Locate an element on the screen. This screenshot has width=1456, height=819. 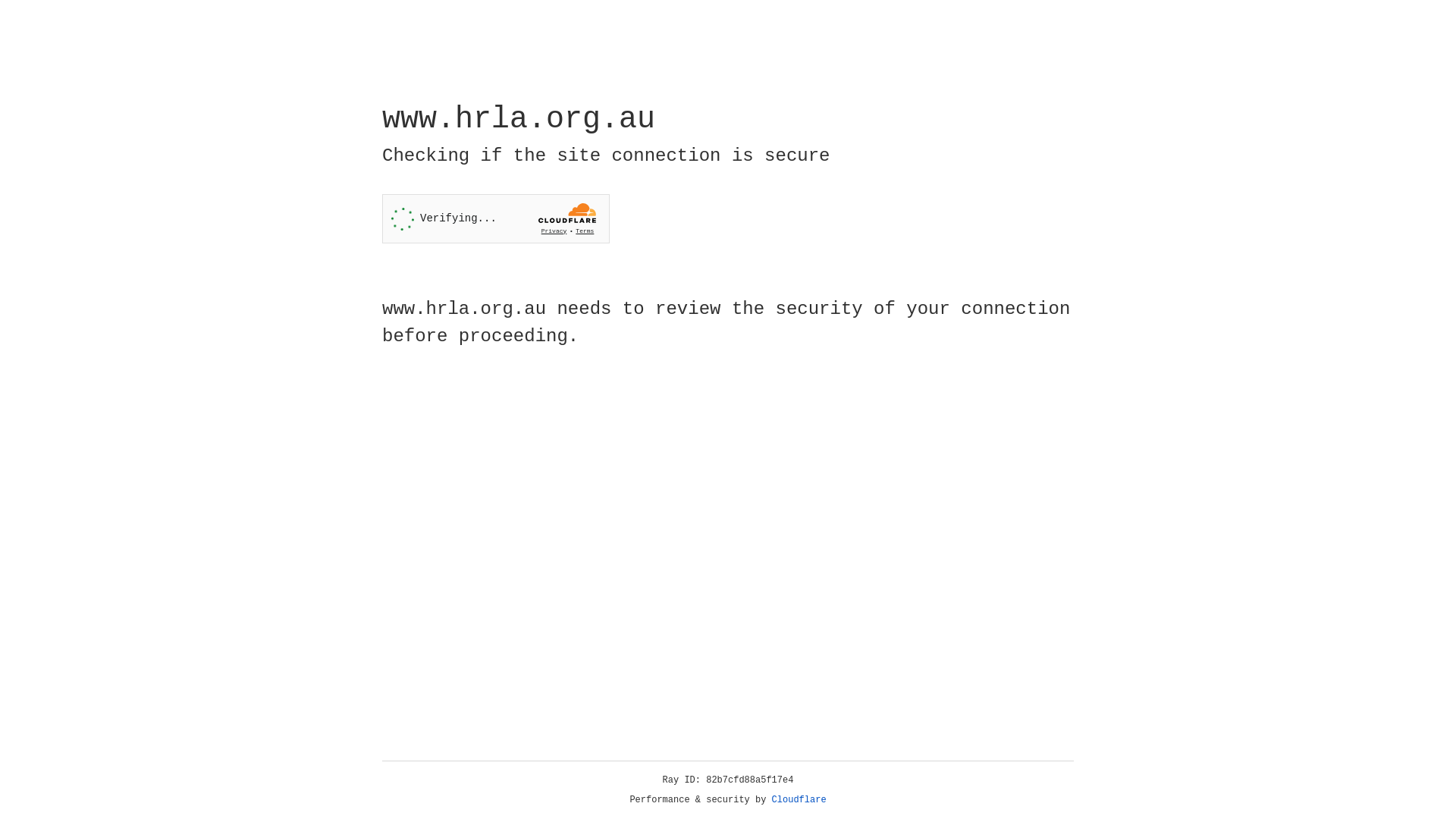
'Widget containing a Cloudflare security challenge' is located at coordinates (495, 218).